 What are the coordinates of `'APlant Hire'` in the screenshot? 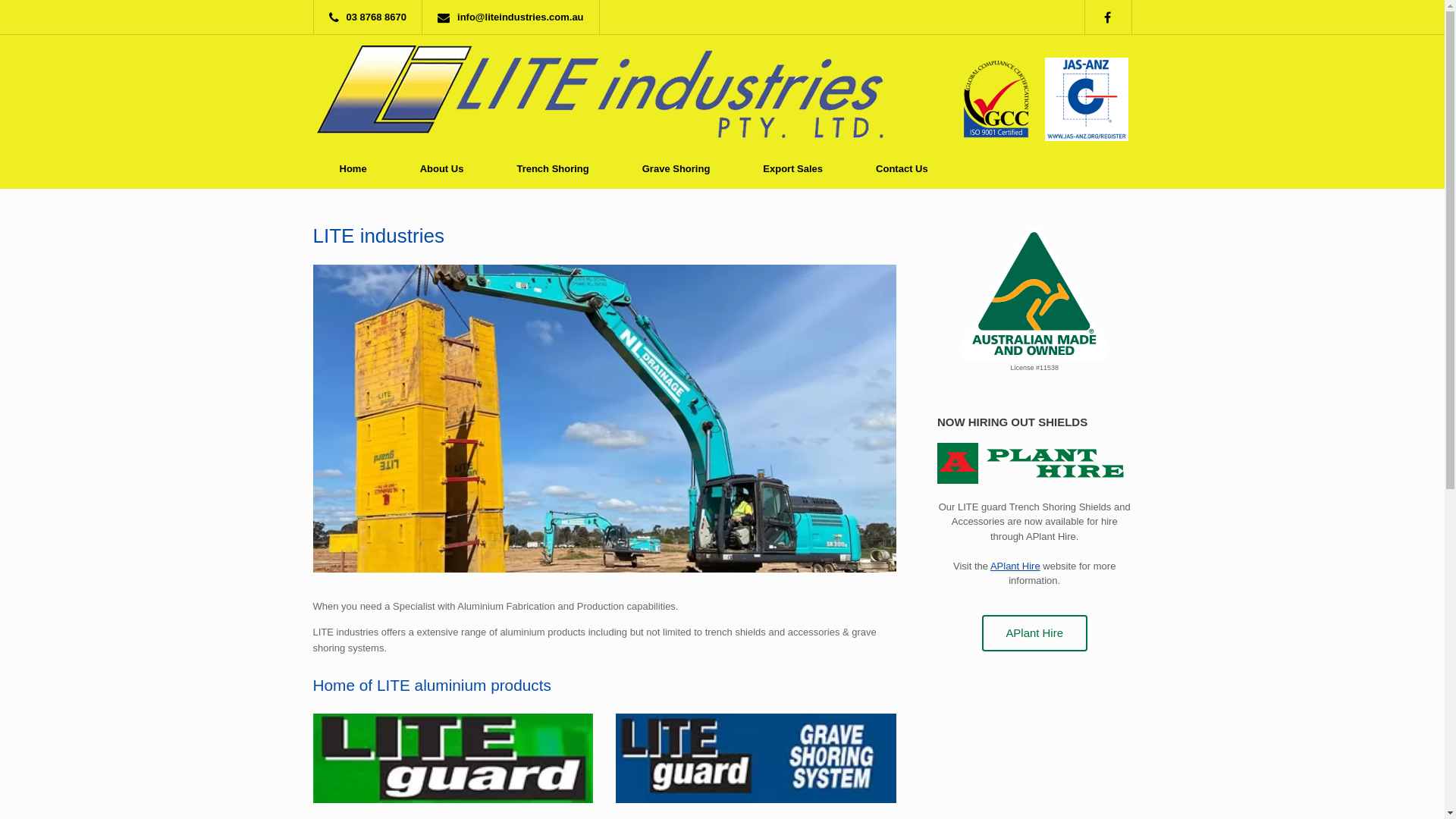 It's located at (1015, 566).